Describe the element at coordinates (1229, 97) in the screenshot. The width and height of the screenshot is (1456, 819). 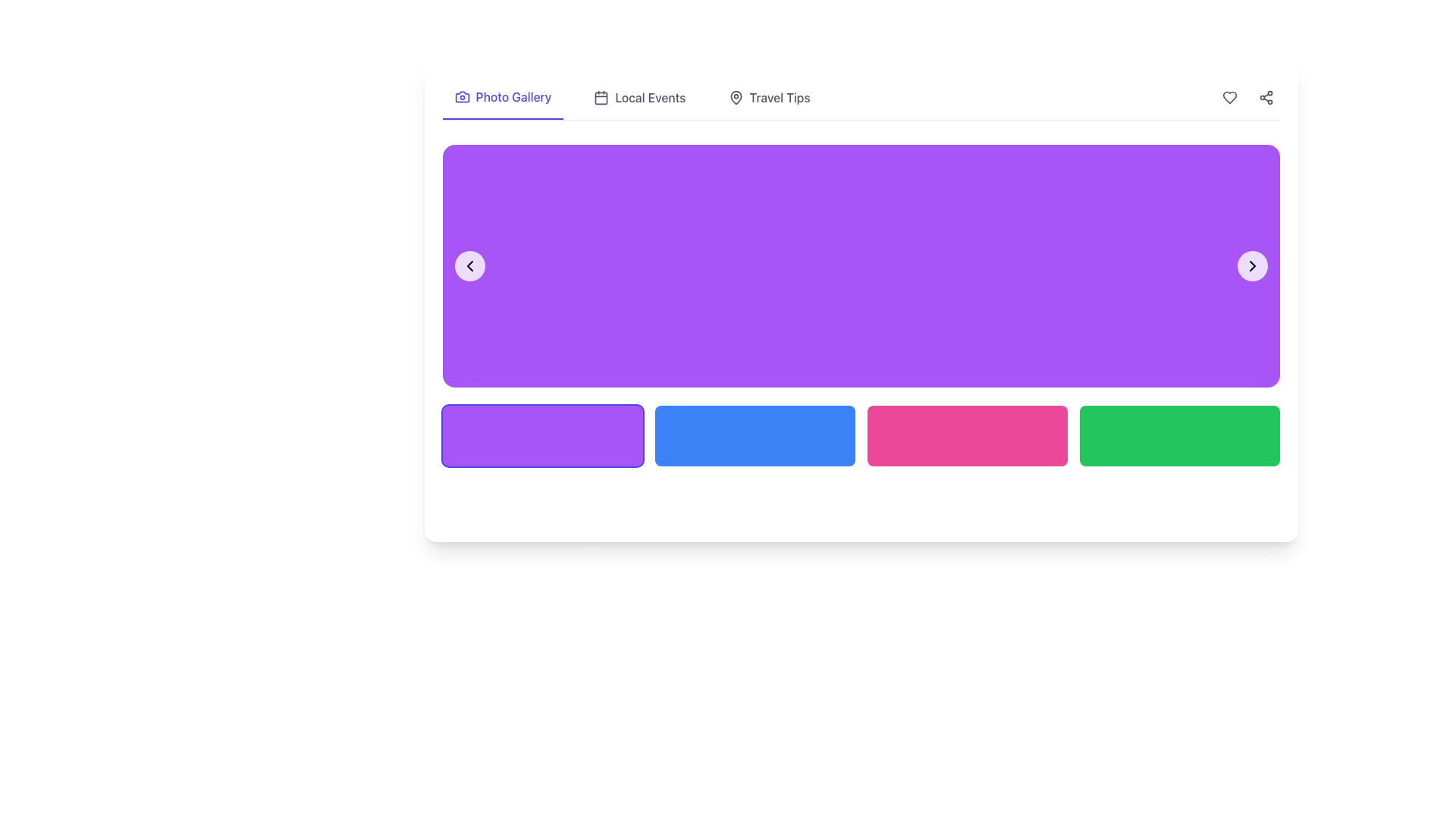
I see `the circular button with a heart icon located in the top-right corner of the interface` at that location.